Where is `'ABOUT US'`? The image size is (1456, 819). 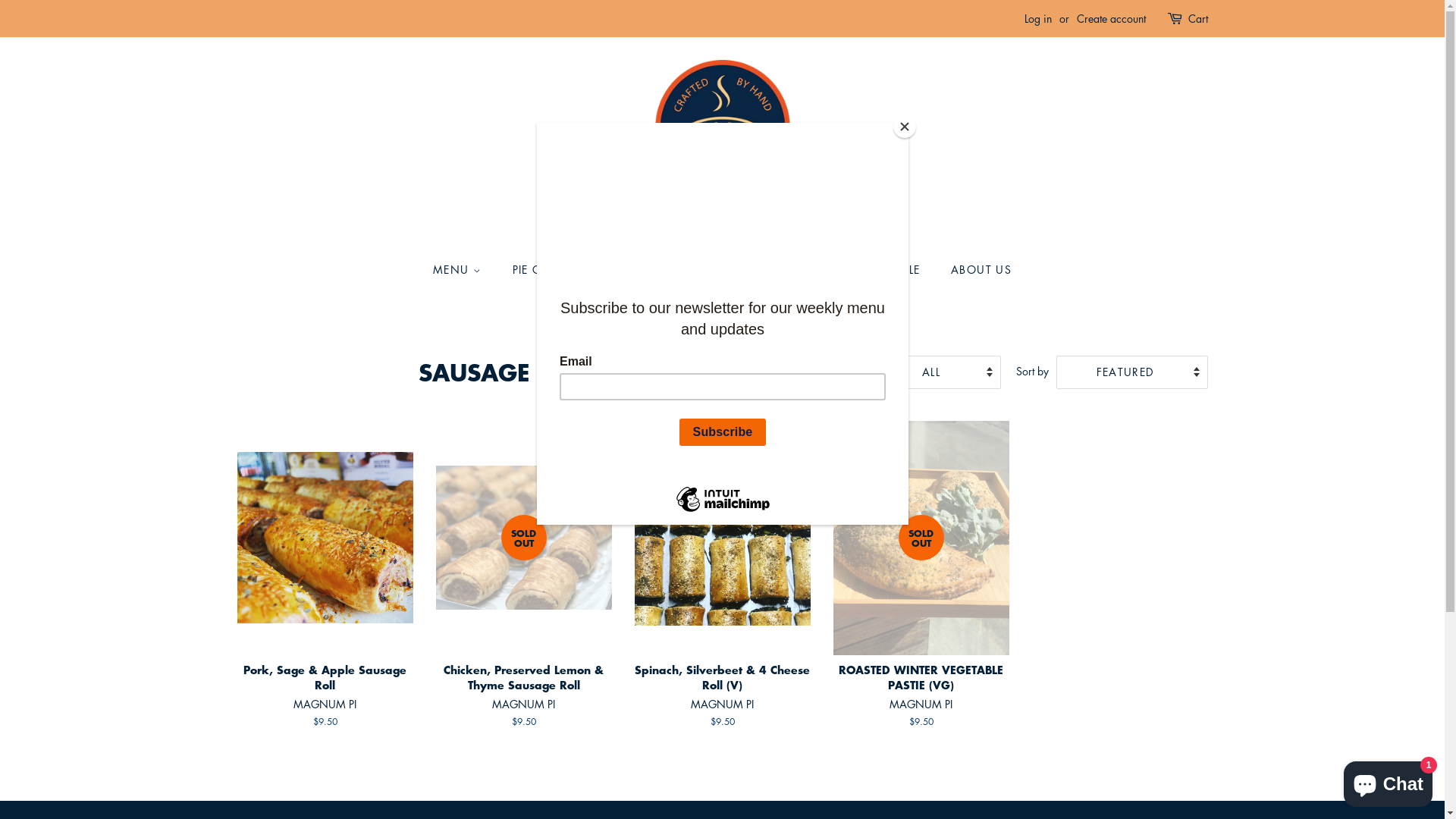 'ABOUT US' is located at coordinates (975, 268).